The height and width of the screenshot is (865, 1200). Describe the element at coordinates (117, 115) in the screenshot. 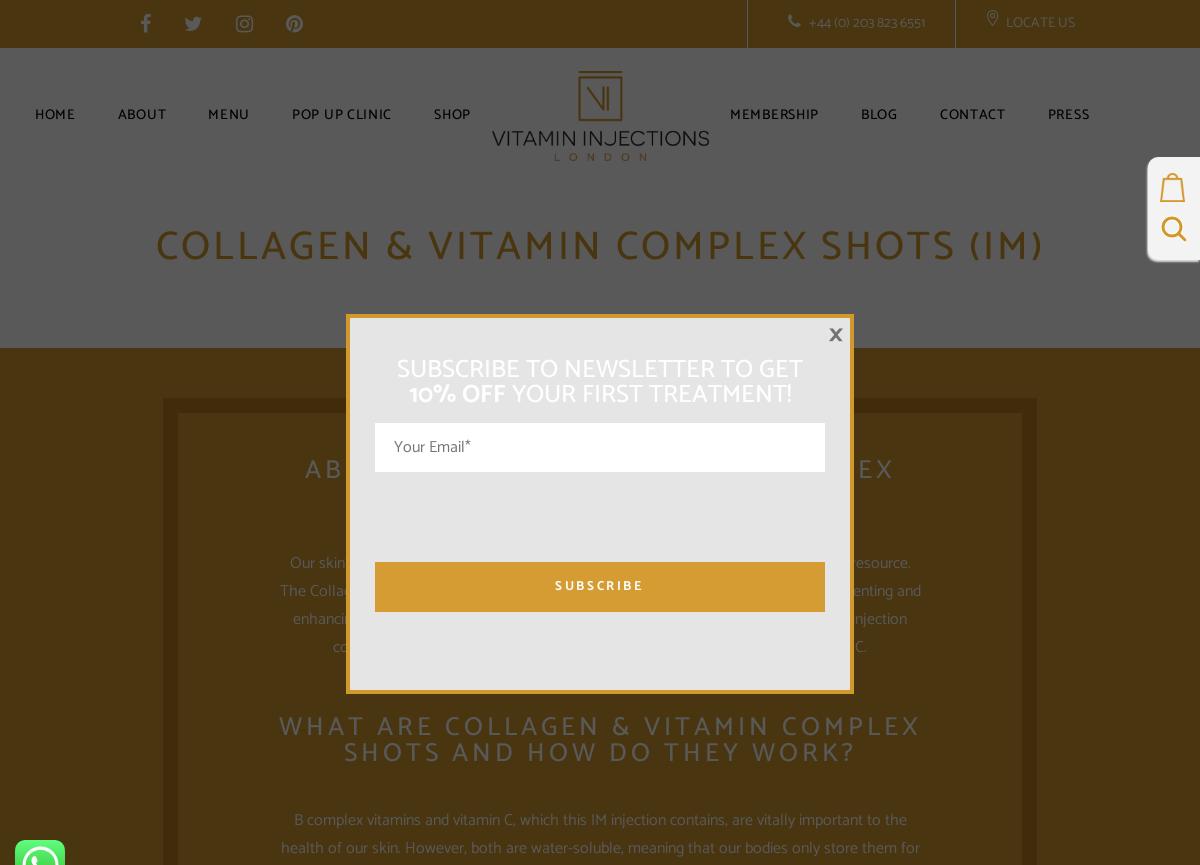

I see `'About'` at that location.